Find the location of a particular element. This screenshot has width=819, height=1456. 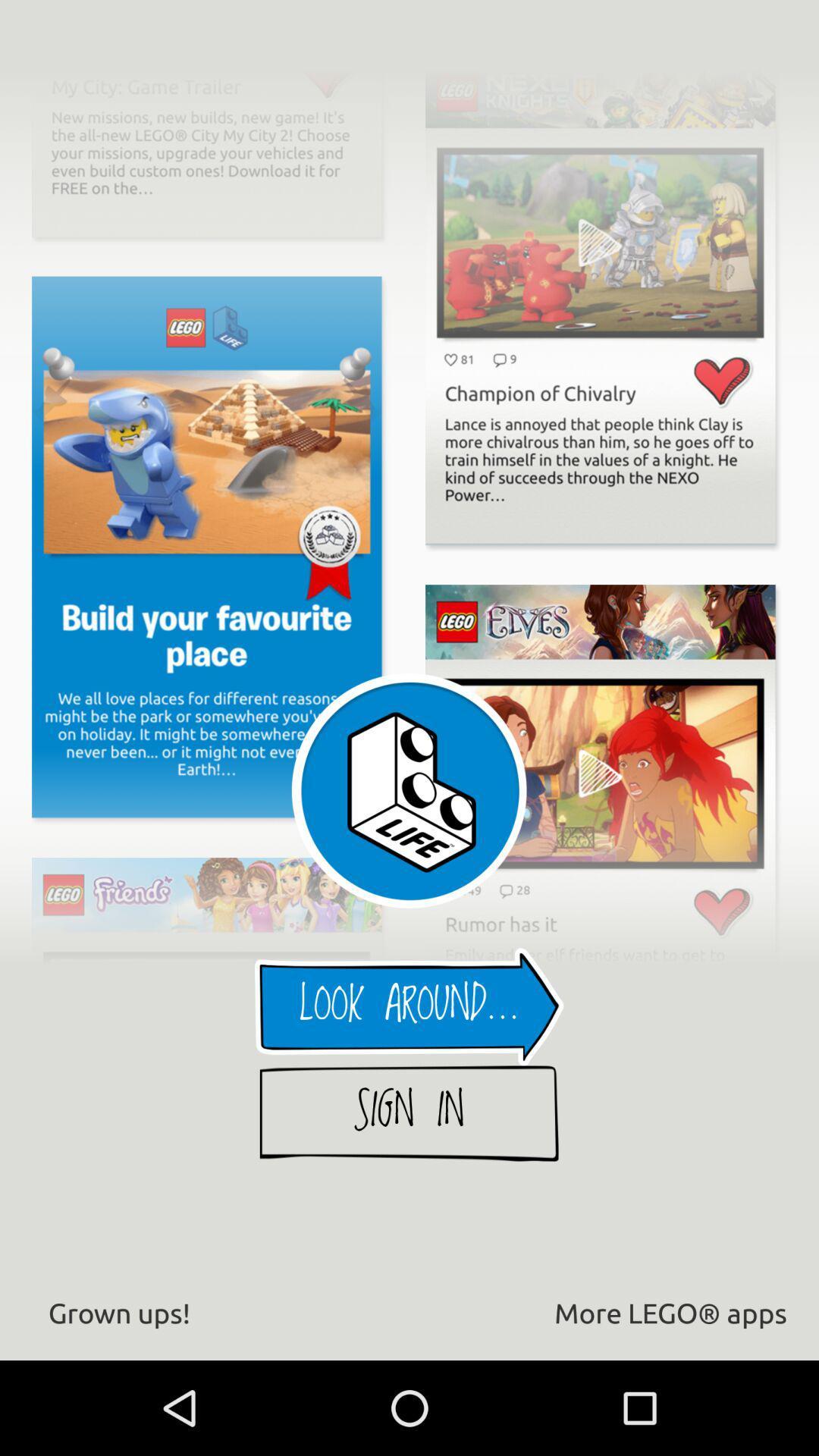

the text shown at the bottom right corner of the page is located at coordinates (670, 1312).